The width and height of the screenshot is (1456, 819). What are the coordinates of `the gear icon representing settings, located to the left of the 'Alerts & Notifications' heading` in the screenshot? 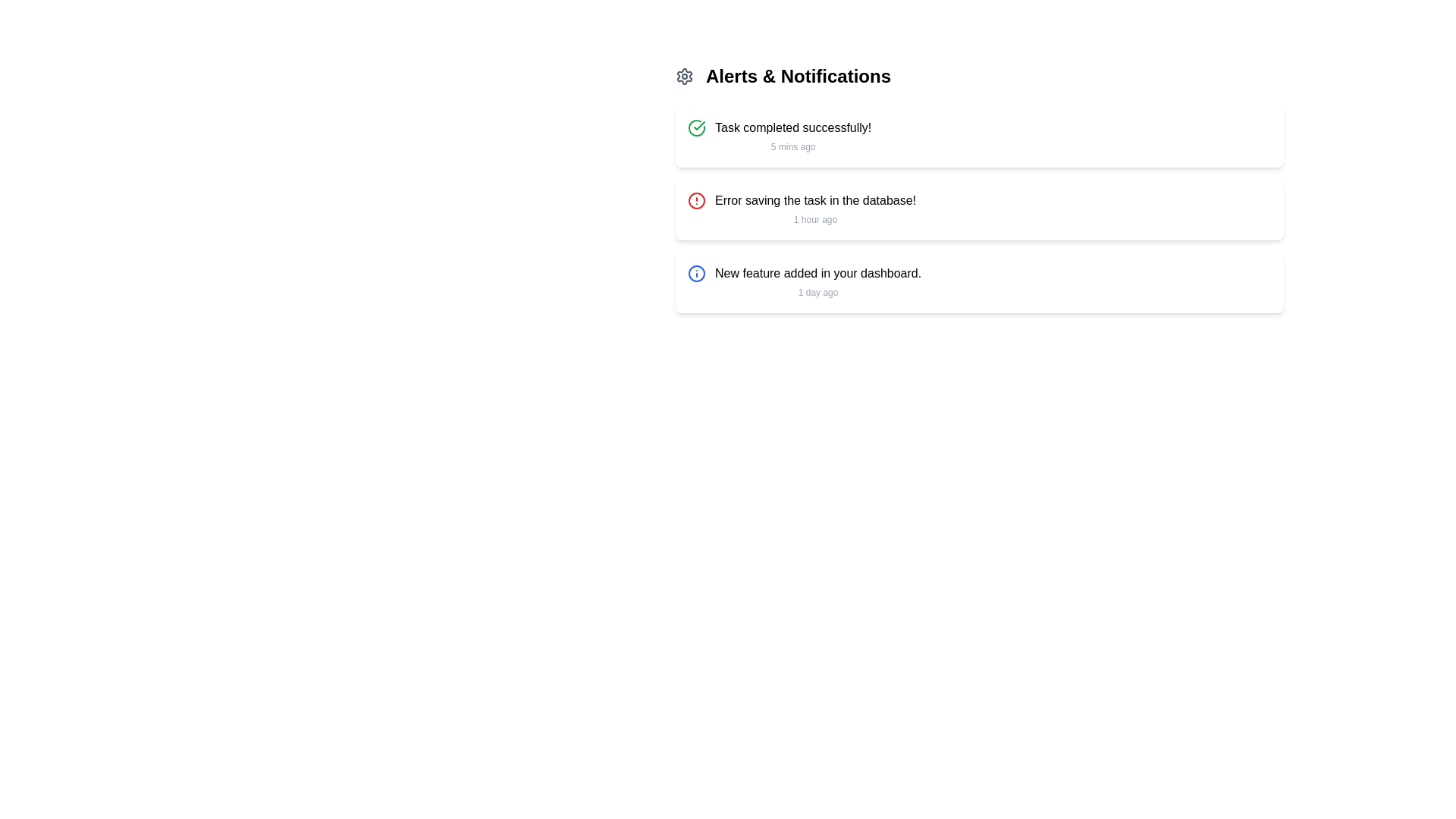 It's located at (683, 76).